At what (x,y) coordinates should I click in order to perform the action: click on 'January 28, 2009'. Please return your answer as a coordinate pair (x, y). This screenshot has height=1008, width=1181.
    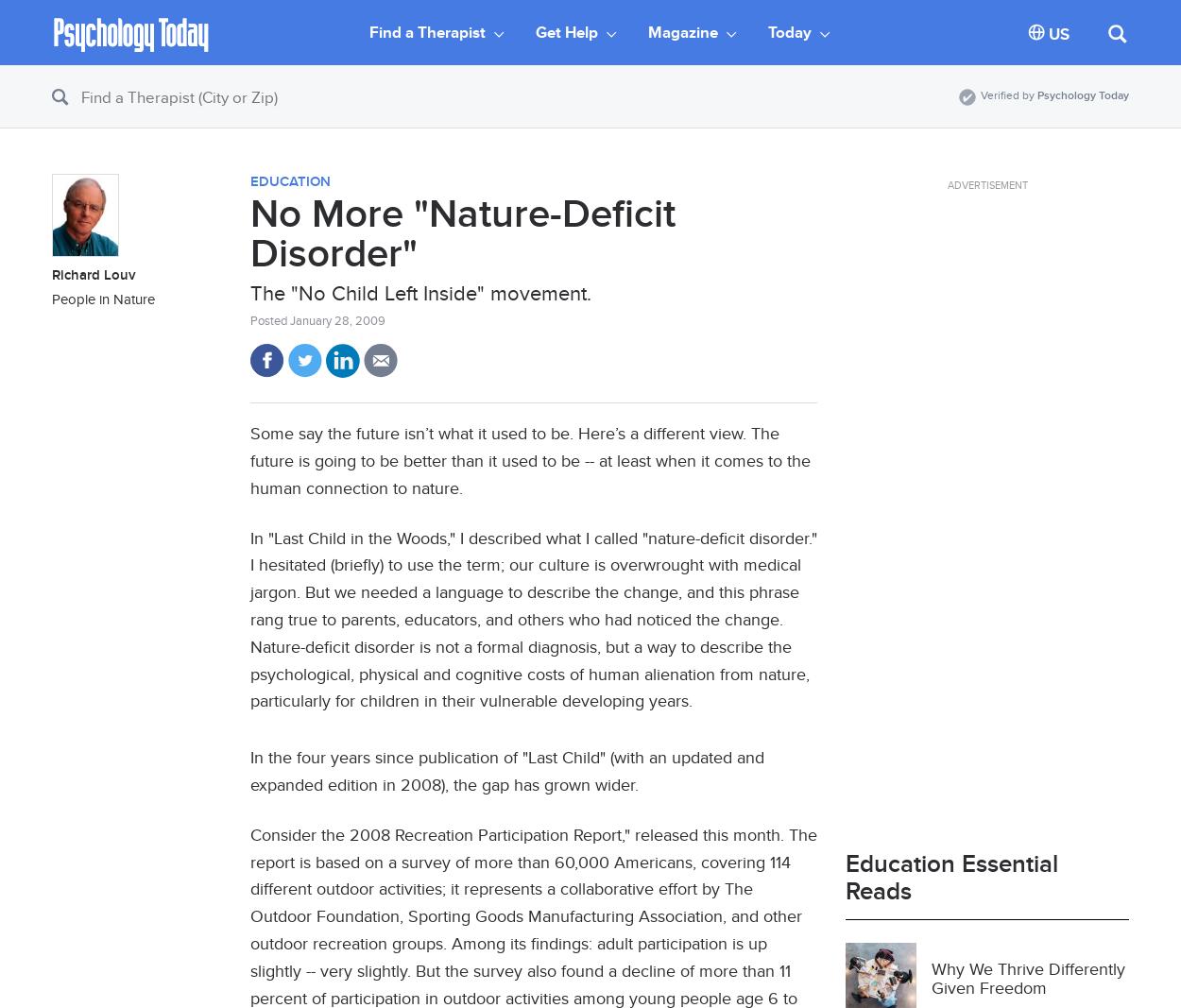
    Looking at the image, I should click on (336, 319).